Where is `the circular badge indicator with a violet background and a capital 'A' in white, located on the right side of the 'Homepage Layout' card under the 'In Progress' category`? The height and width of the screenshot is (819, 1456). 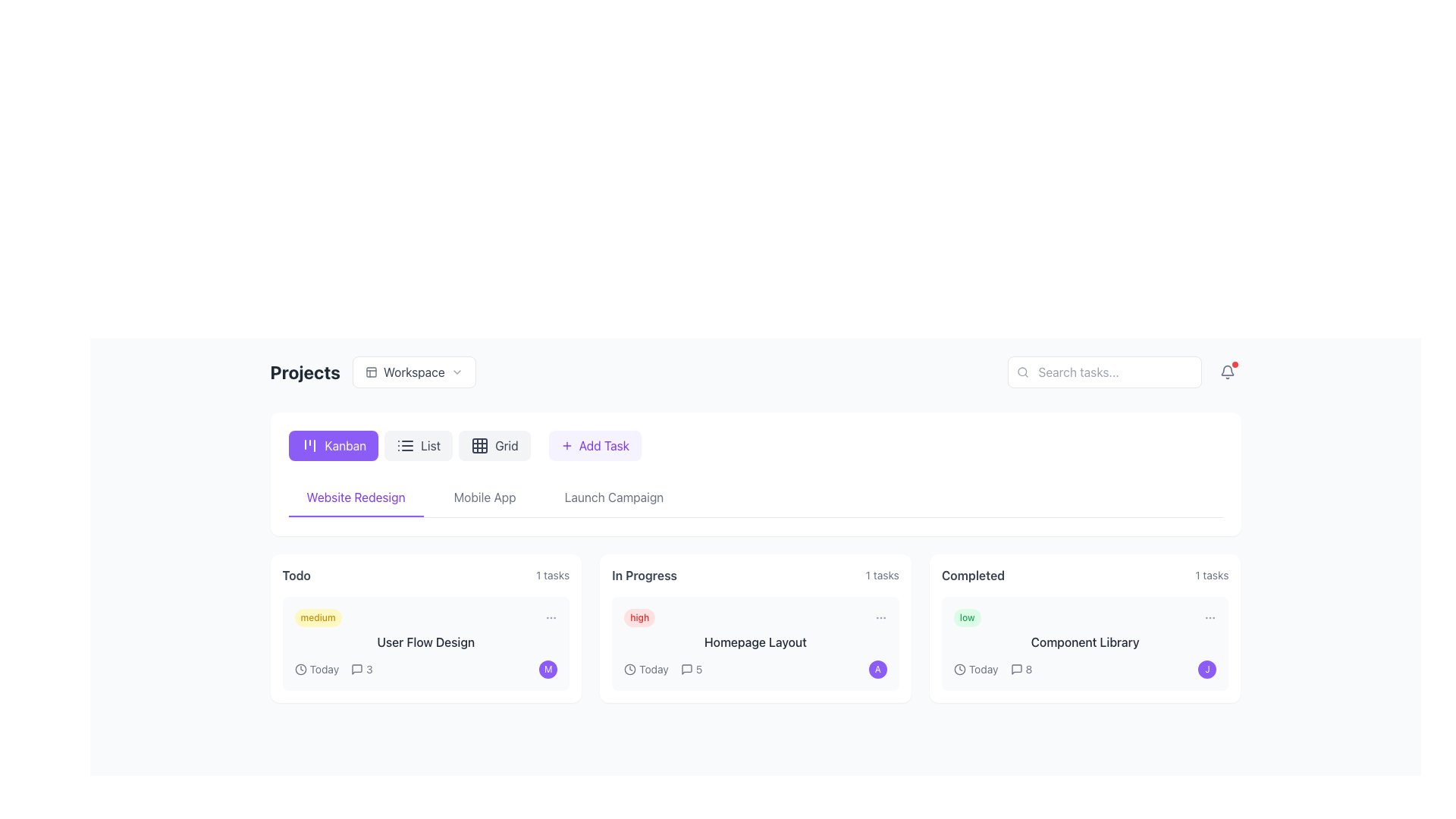 the circular badge indicator with a violet background and a capital 'A' in white, located on the right side of the 'Homepage Layout' card under the 'In Progress' category is located at coordinates (877, 669).